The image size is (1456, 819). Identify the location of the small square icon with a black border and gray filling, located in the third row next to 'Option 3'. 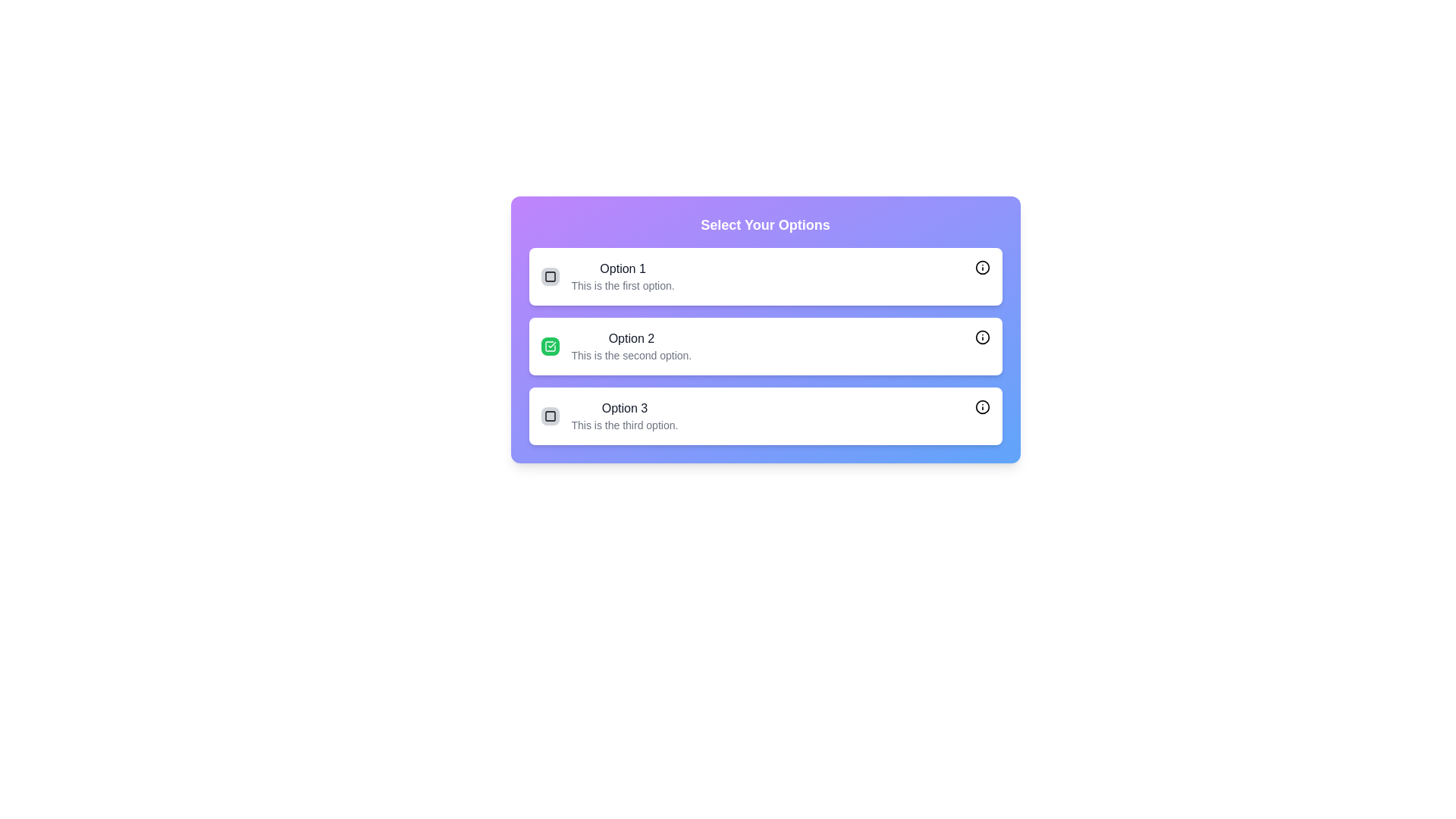
(549, 416).